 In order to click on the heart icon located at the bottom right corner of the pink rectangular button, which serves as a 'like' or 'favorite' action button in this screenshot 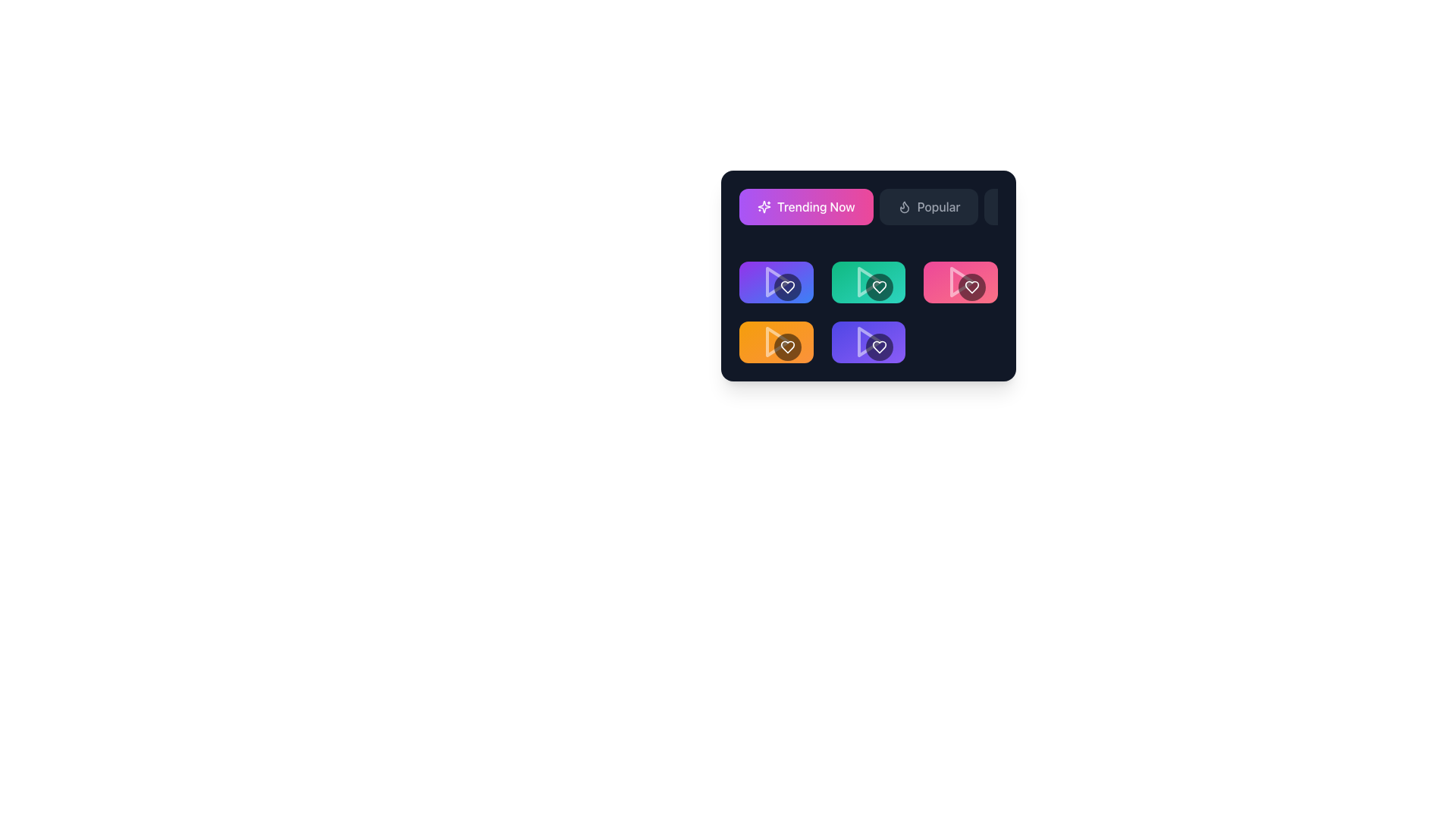, I will do `click(971, 287)`.